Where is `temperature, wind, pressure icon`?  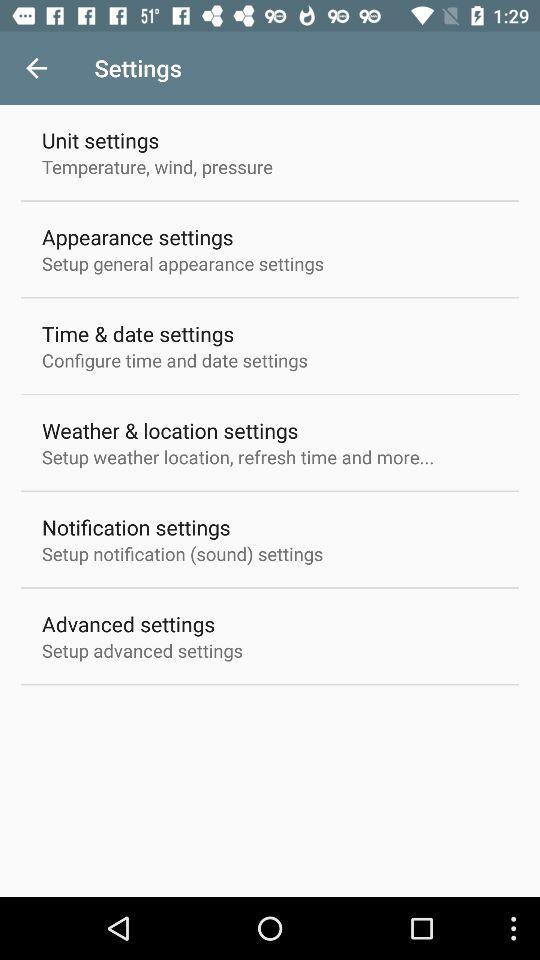
temperature, wind, pressure icon is located at coordinates (156, 165).